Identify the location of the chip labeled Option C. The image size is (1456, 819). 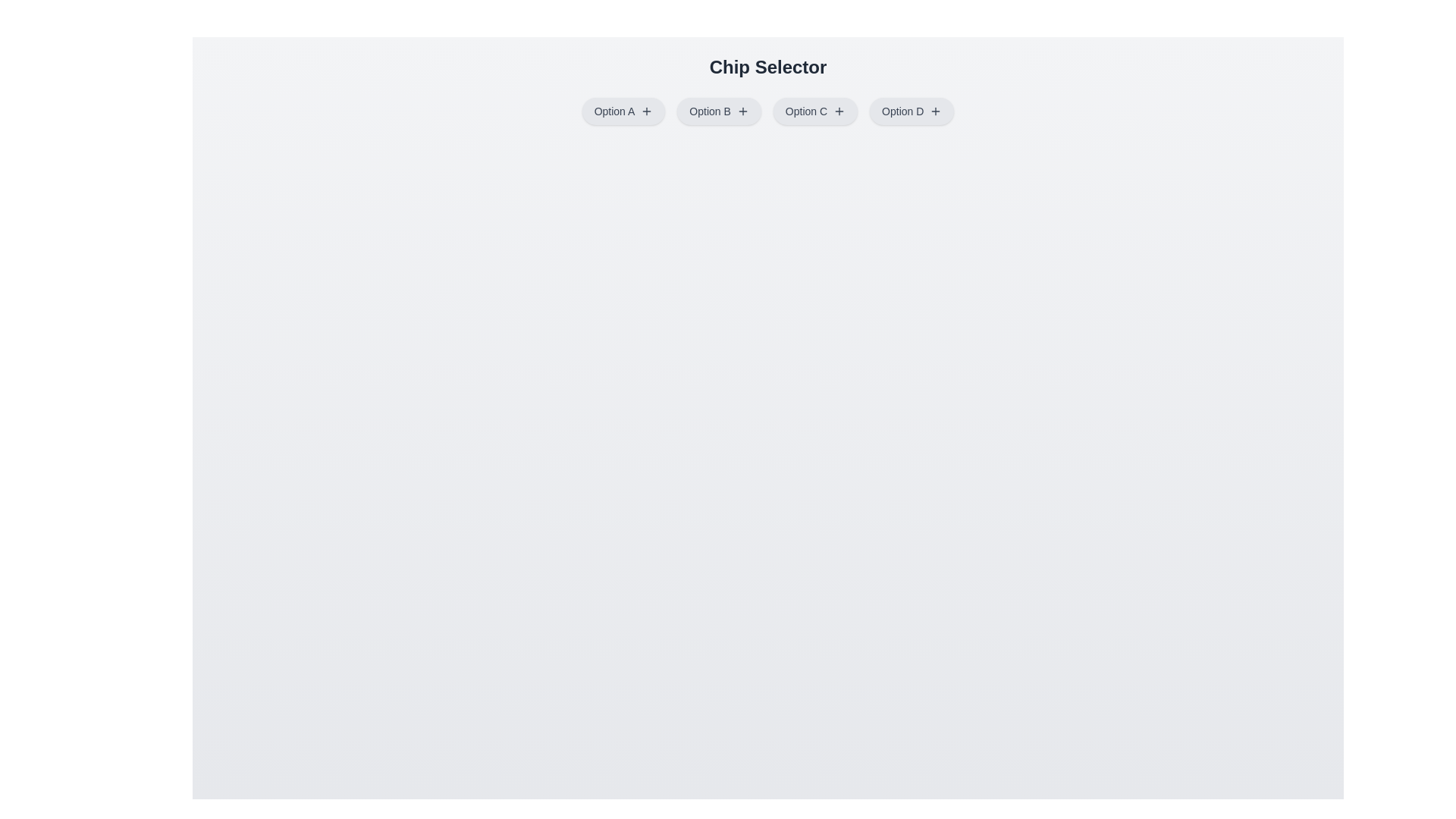
(814, 110).